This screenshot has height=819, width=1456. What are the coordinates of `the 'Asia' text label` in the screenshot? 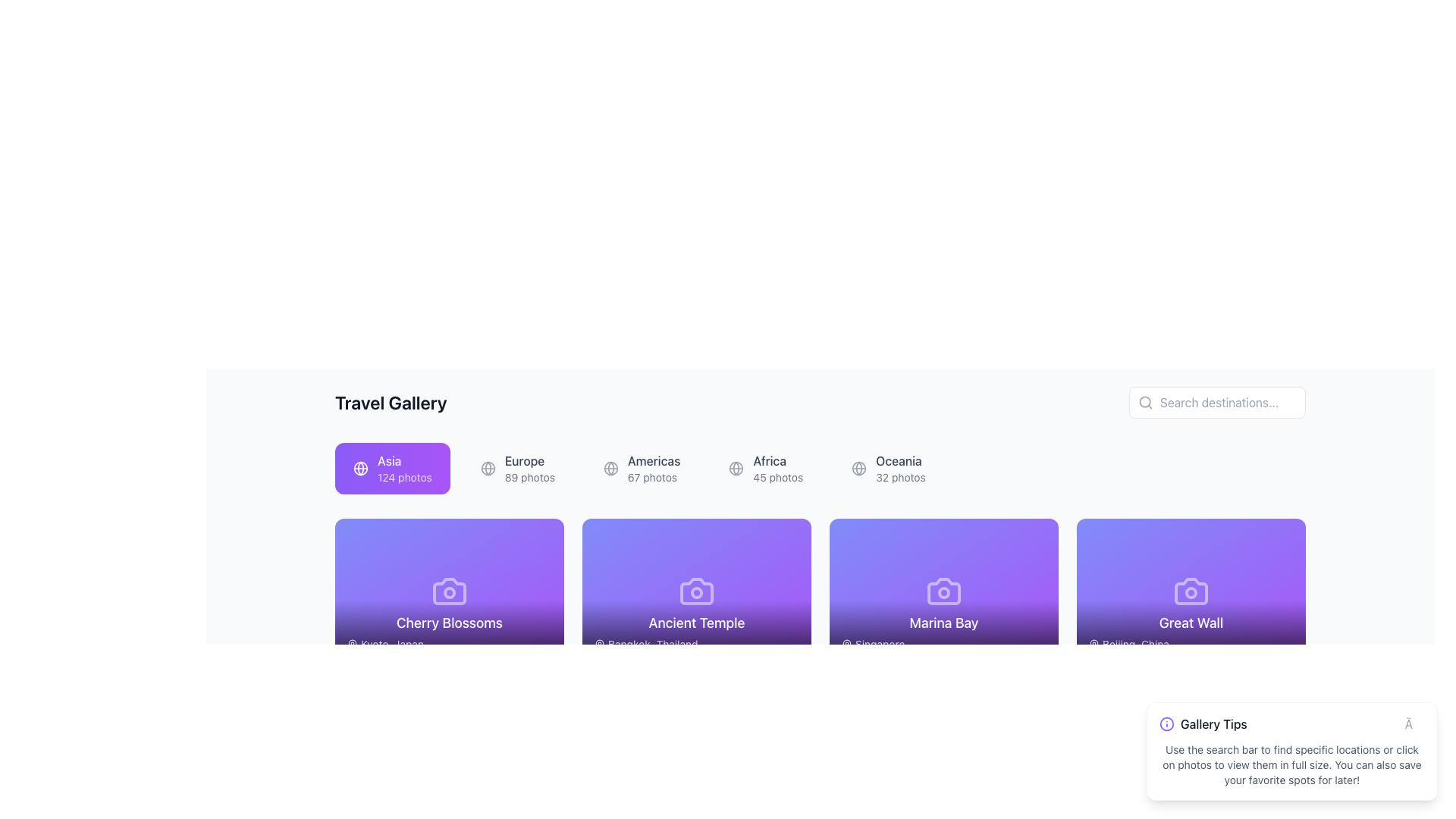 It's located at (404, 467).